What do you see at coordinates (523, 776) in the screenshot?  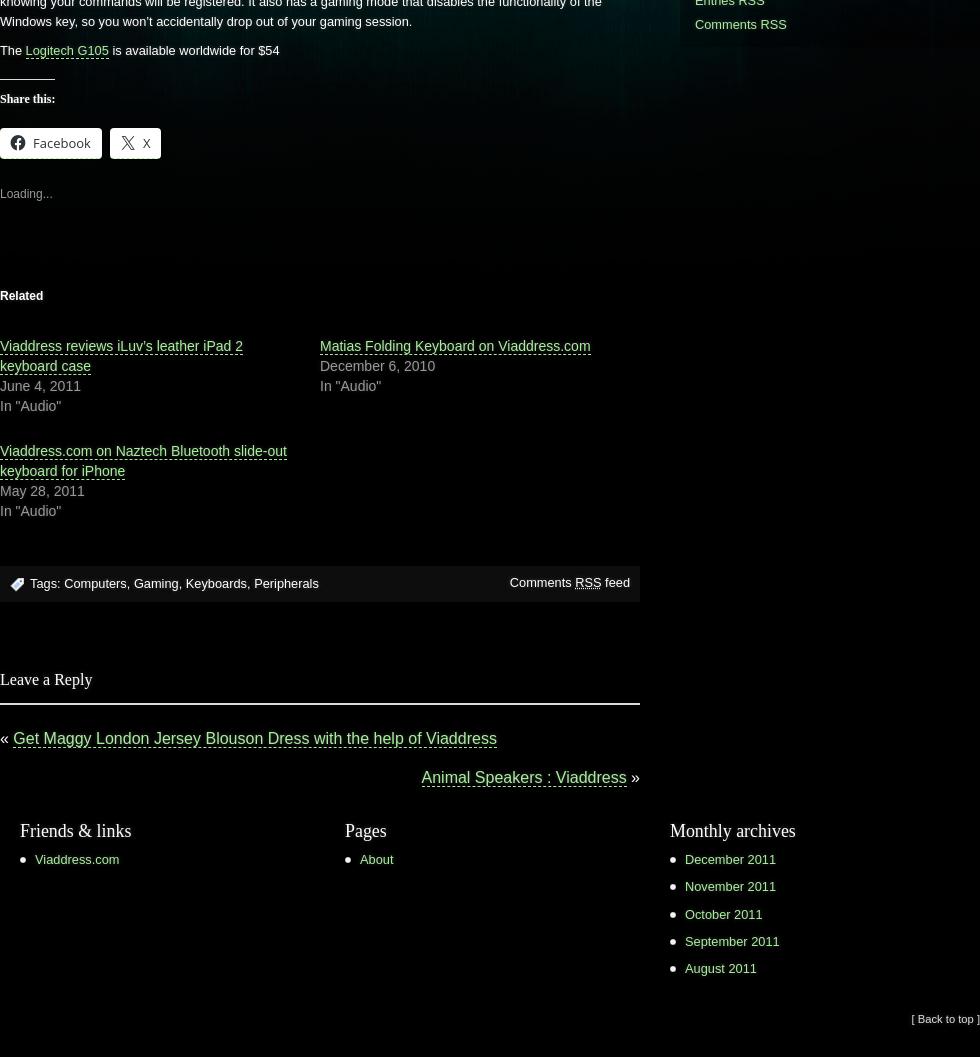 I see `'Animal Speakers : Viaddress'` at bounding box center [523, 776].